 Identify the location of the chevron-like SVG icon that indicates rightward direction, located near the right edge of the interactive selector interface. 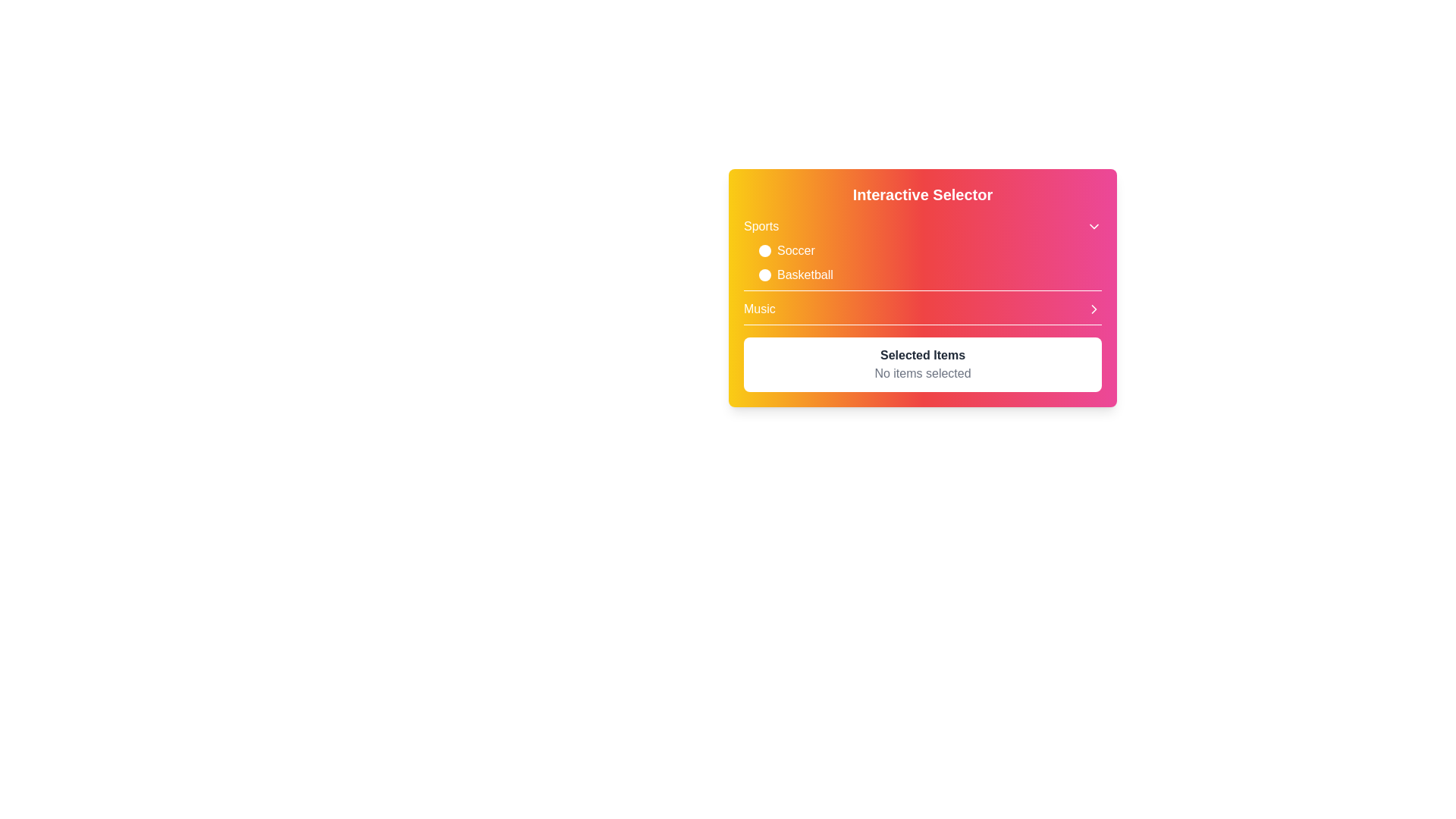
(1094, 309).